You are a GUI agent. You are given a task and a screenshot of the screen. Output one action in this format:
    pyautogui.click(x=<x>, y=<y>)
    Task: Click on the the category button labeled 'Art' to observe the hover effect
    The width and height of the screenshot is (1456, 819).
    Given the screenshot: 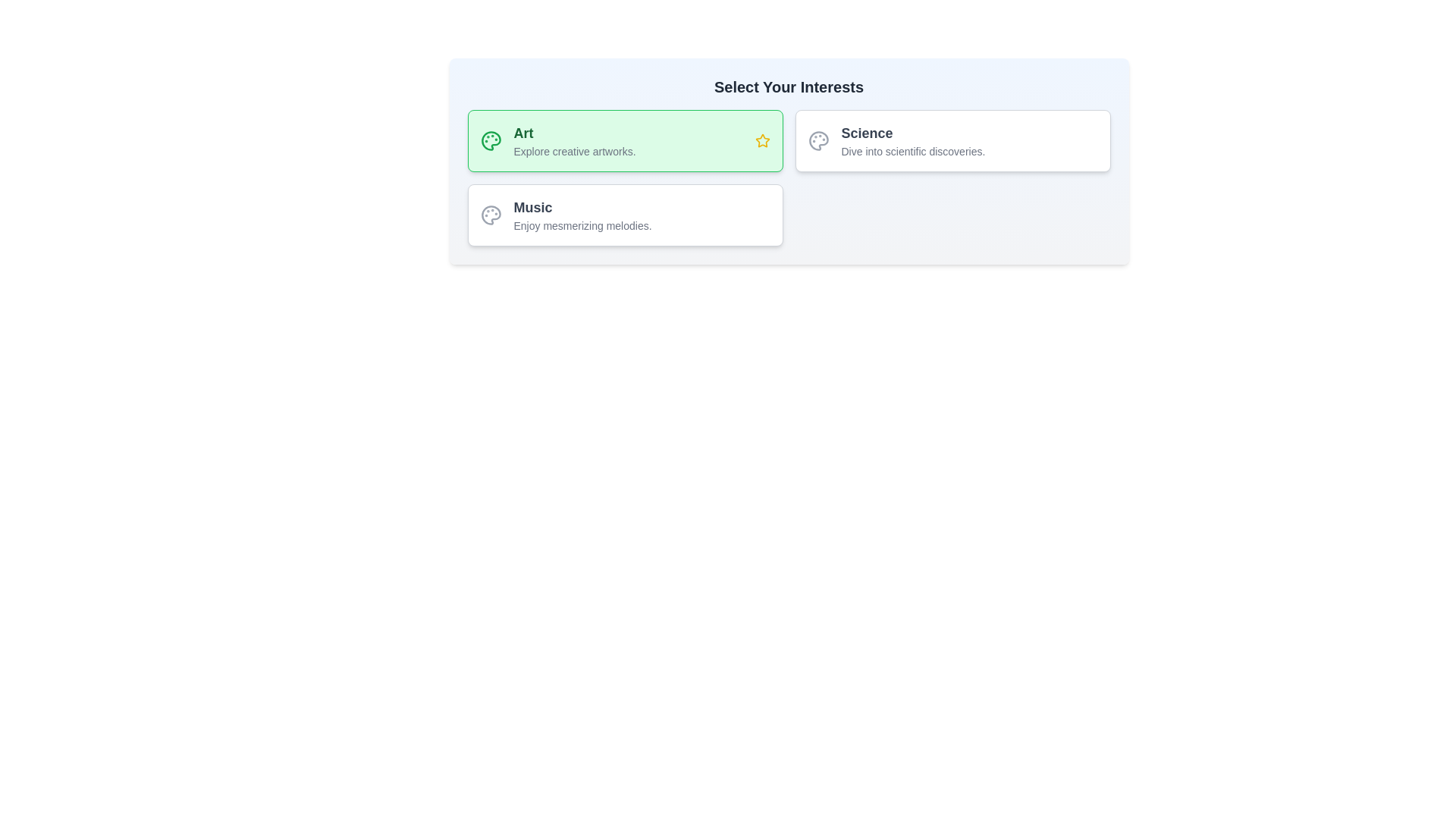 What is the action you would take?
    pyautogui.click(x=625, y=140)
    